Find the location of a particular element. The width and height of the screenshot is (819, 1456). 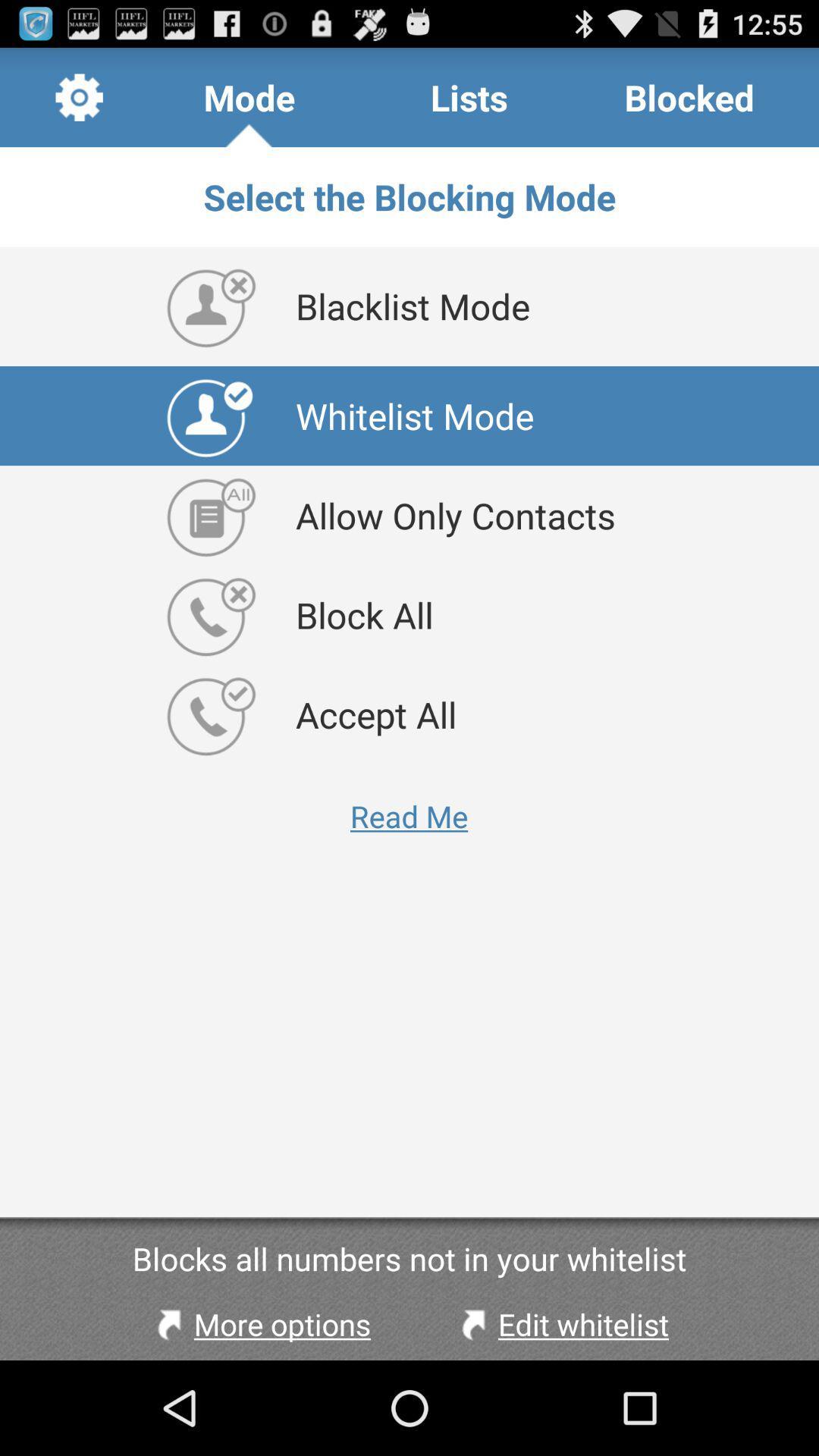

item below the blocks all numbers item is located at coordinates (561, 1323).